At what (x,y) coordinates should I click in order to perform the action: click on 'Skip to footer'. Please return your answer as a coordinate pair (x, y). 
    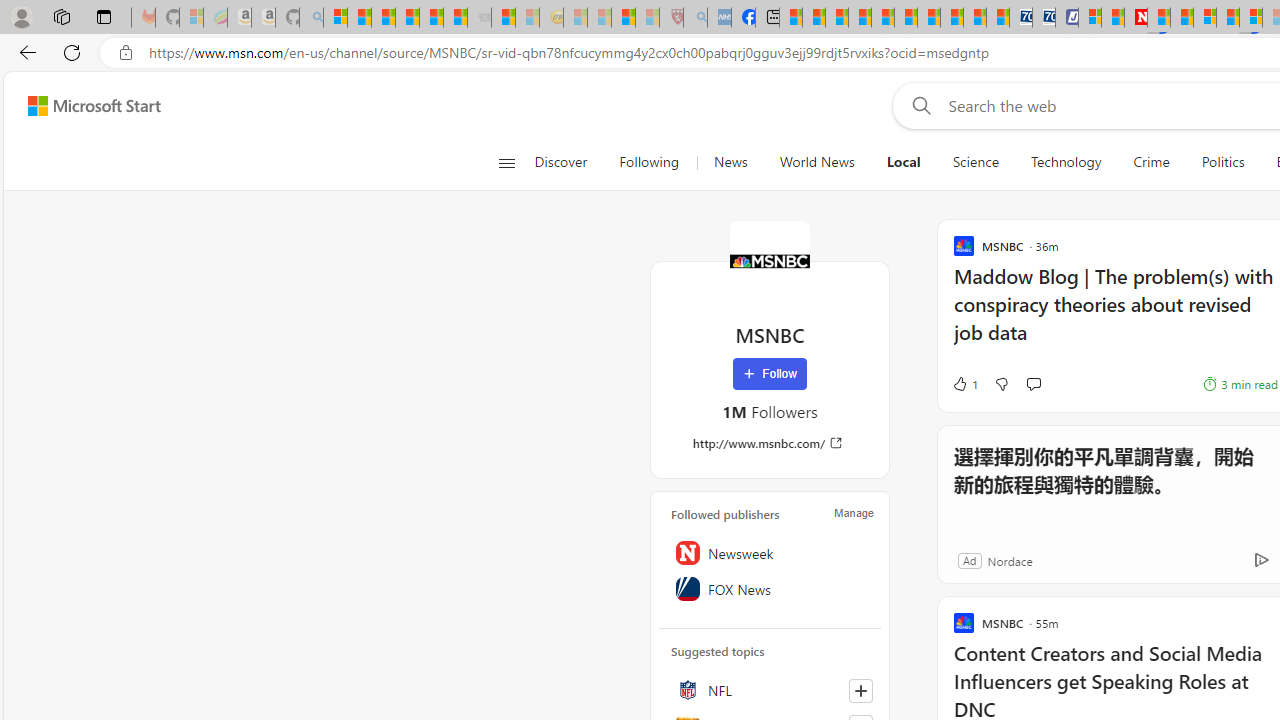
    Looking at the image, I should click on (81, 105).